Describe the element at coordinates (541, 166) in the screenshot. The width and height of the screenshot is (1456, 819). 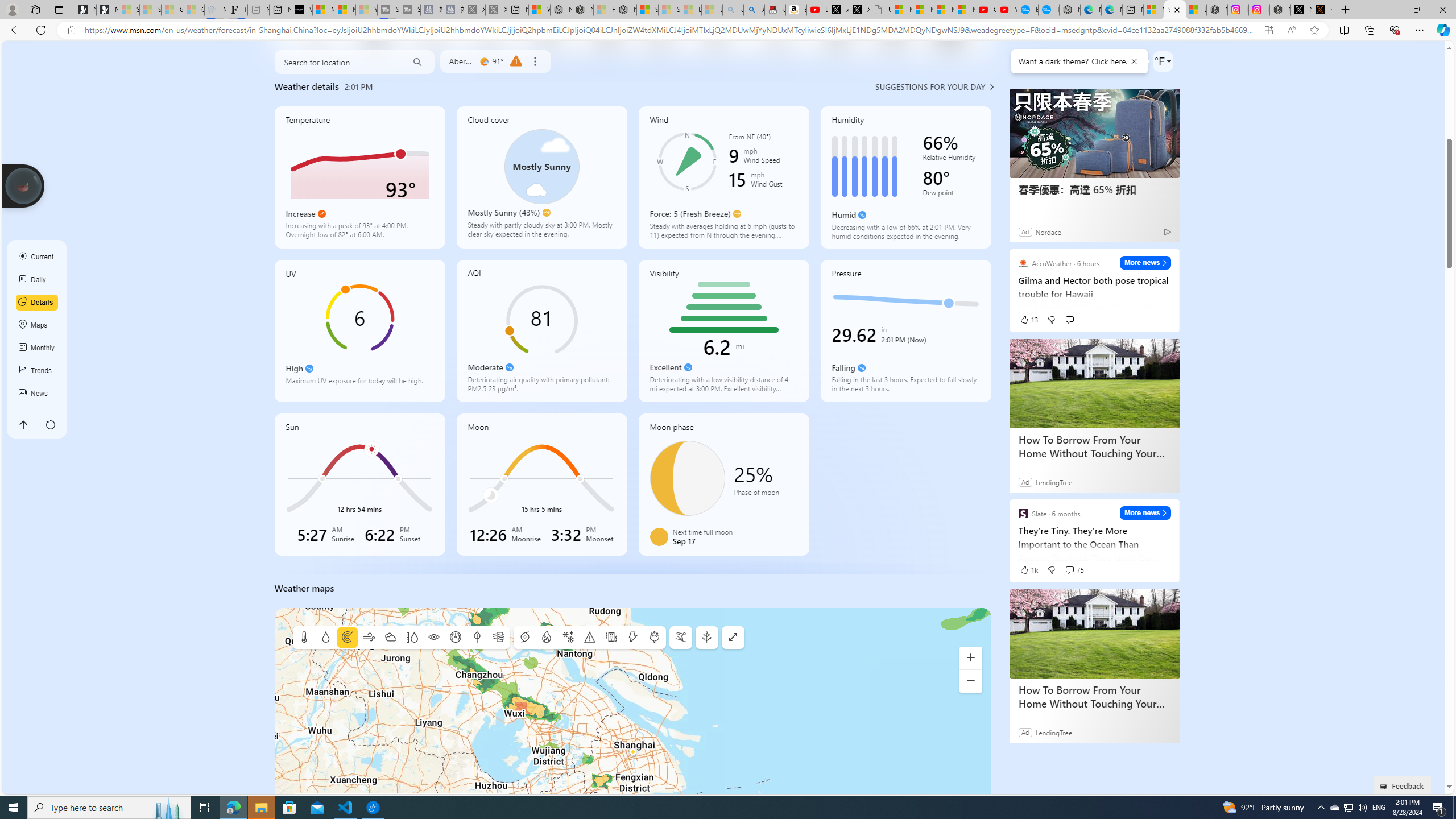
I see `'Class: cloudCoverSvg-DS-ps0R9q'` at that location.